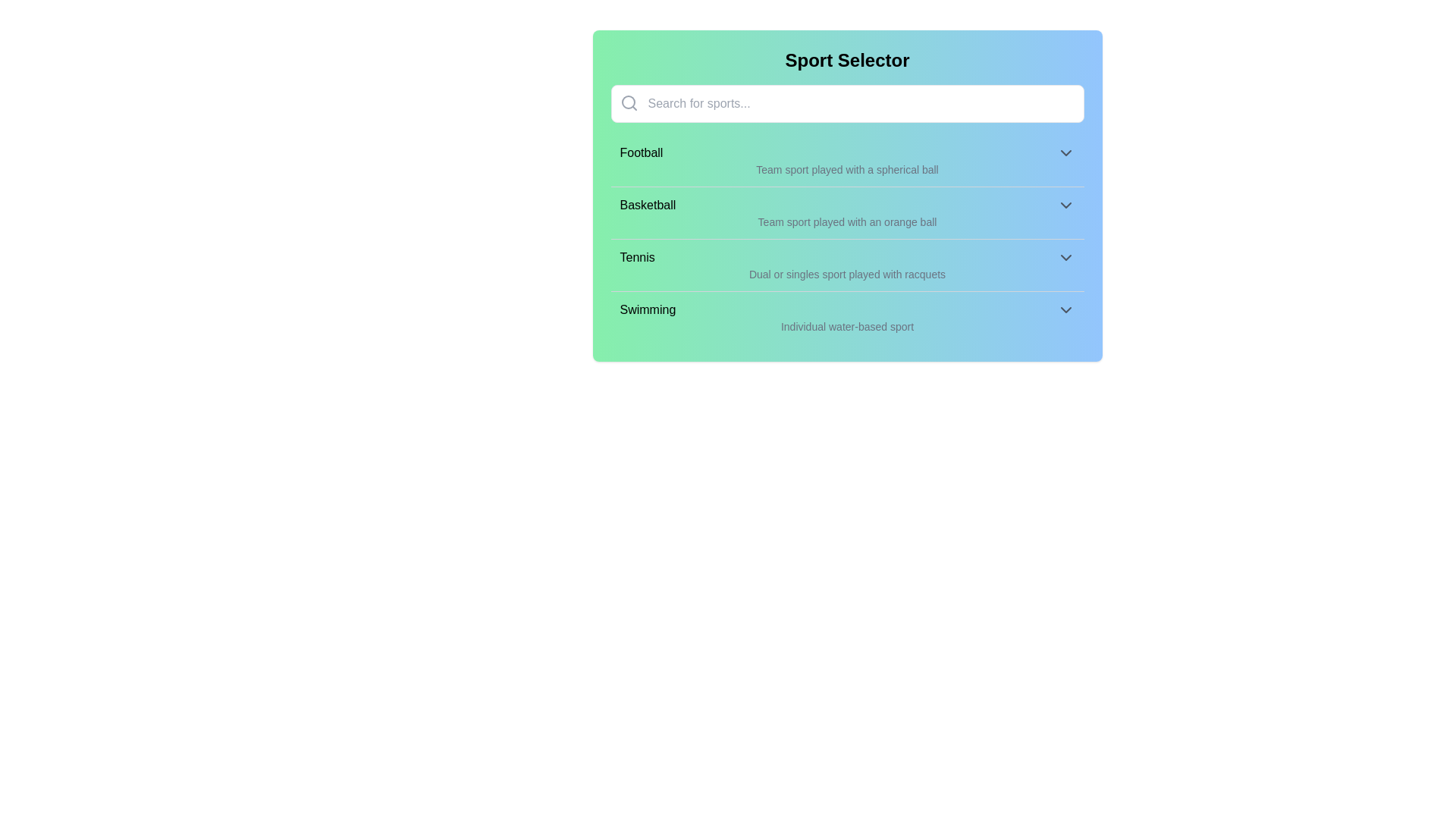 The image size is (1456, 819). What do you see at coordinates (629, 102) in the screenshot?
I see `the search input field adjacent to the gray magnifying glass icon located at the top-left corner of the search input field` at bounding box center [629, 102].